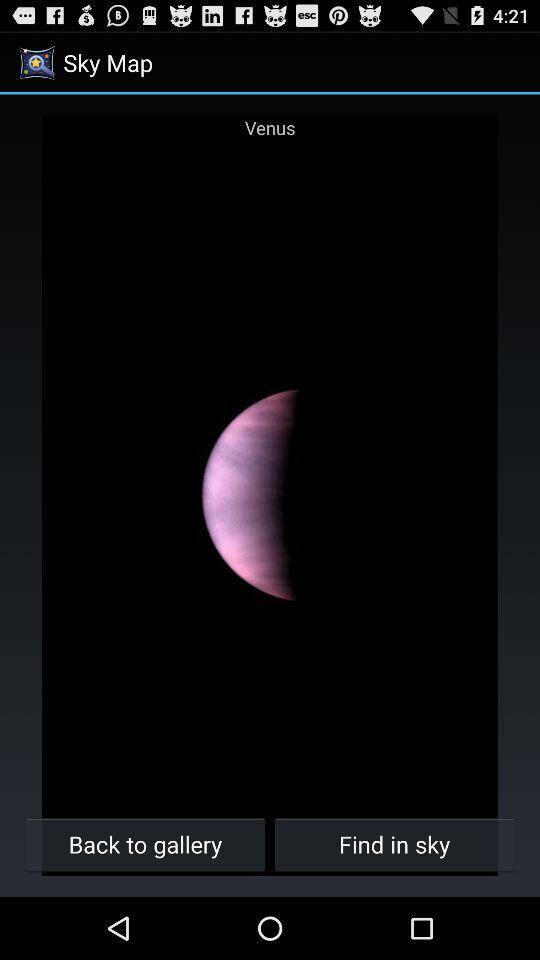  Describe the element at coordinates (144, 843) in the screenshot. I see `the back to gallery item` at that location.